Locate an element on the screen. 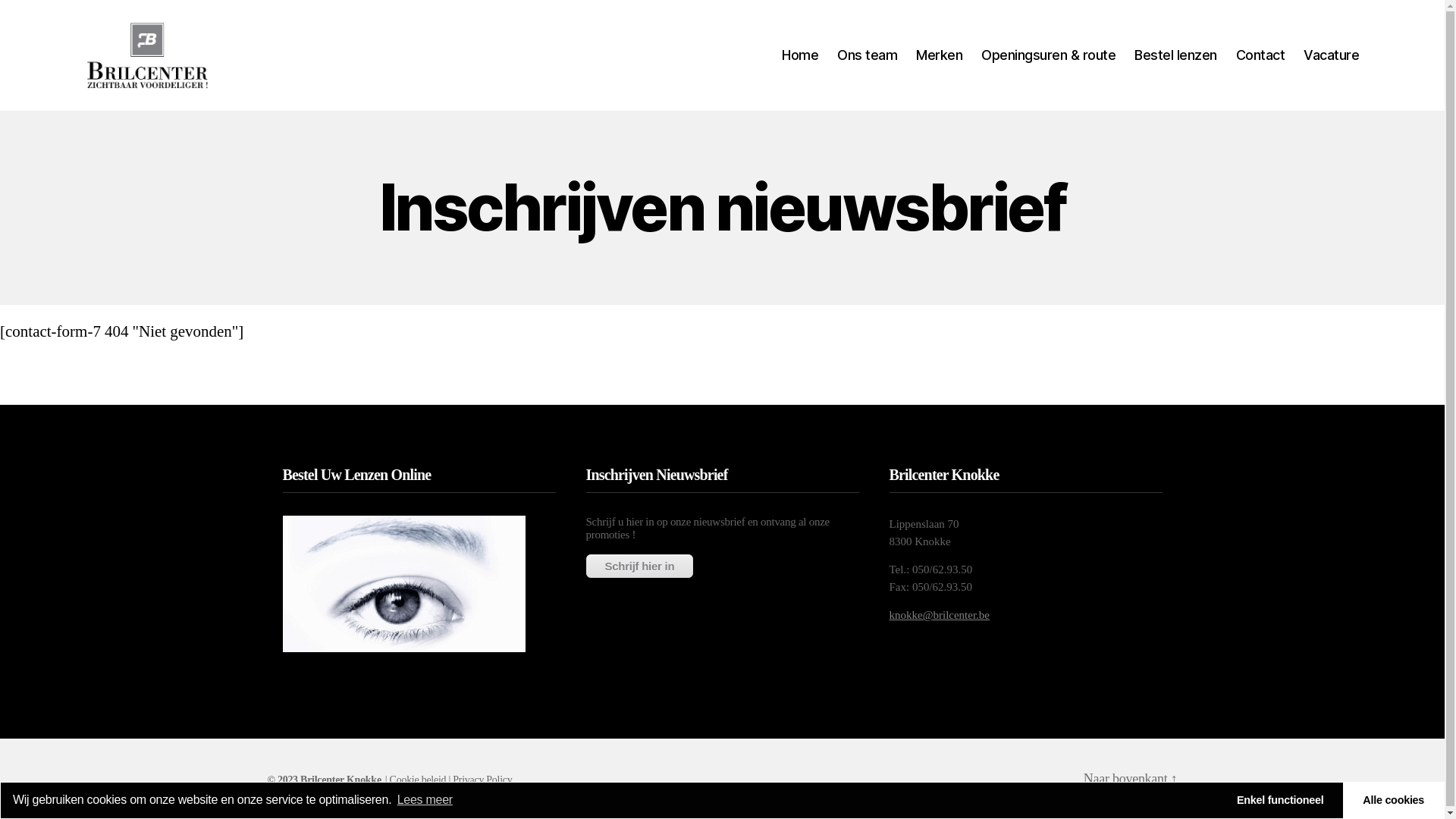 The image size is (1456, 819). 'Bestel lenzen' is located at coordinates (1175, 55).